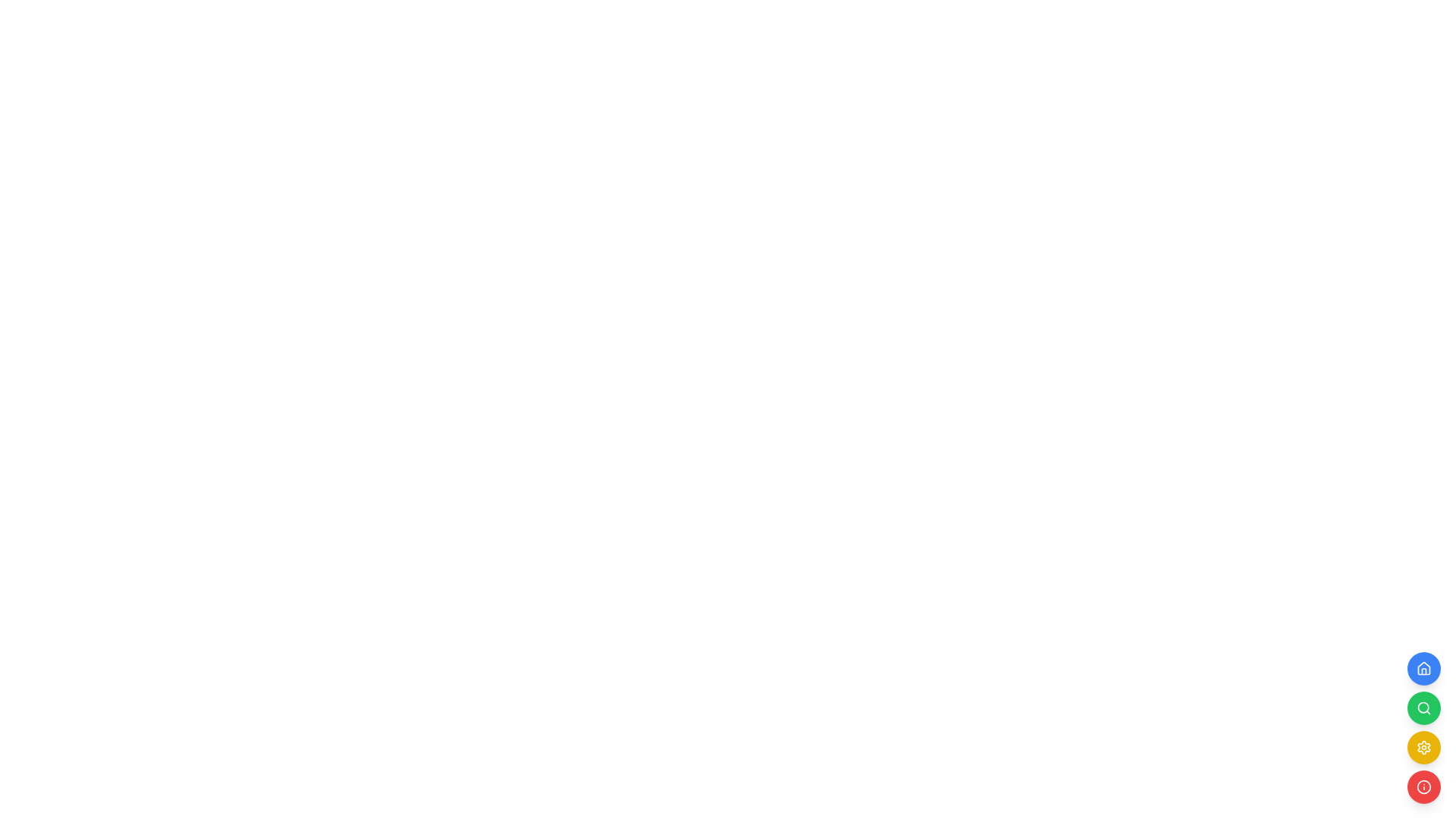 This screenshot has width=1456, height=819. Describe the element at coordinates (1423, 747) in the screenshot. I see `the gear-like representation of the settings icon` at that location.